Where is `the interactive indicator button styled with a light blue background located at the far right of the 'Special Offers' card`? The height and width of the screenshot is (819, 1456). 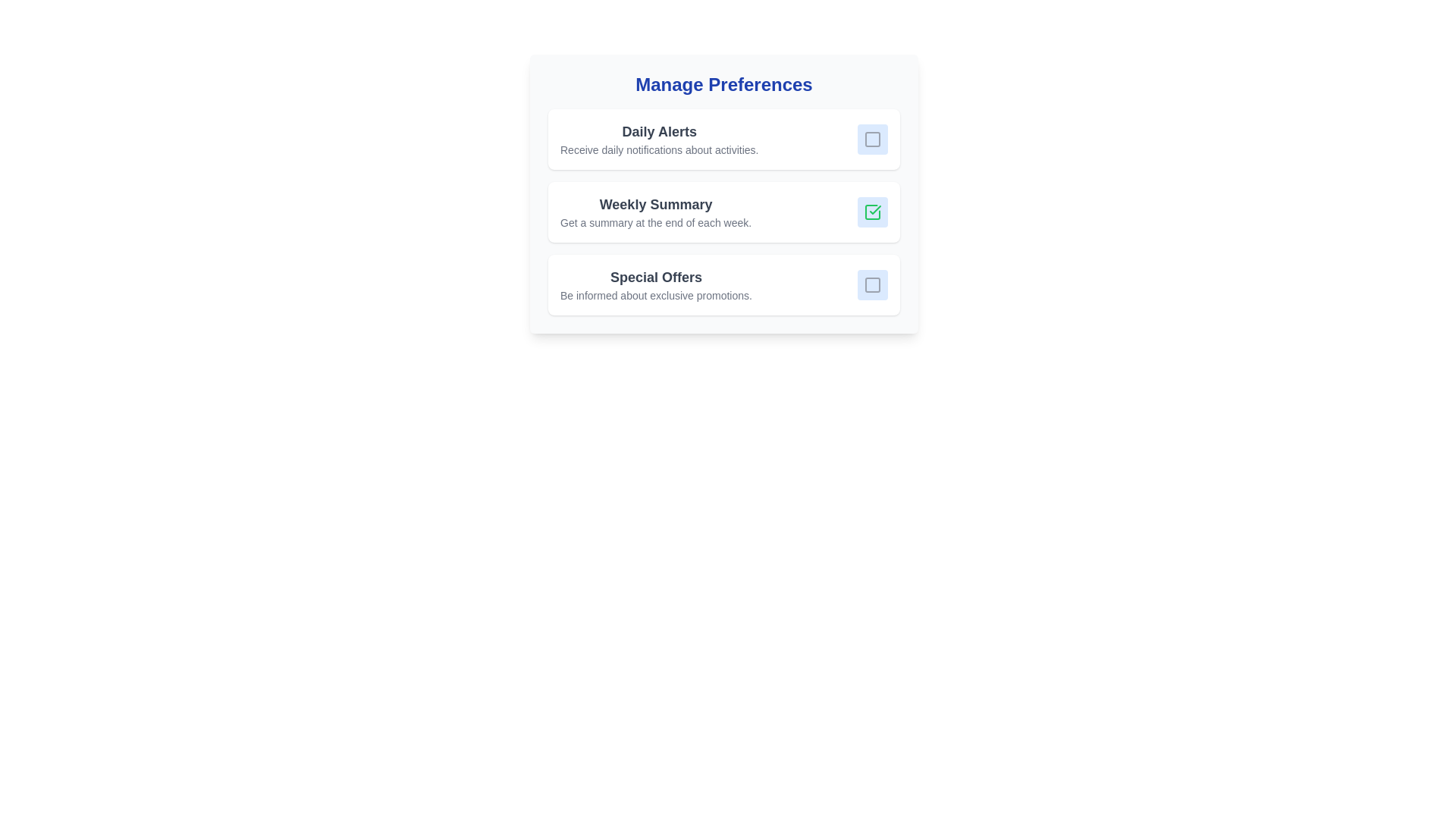 the interactive indicator button styled with a light blue background located at the far right of the 'Special Offers' card is located at coordinates (873, 284).